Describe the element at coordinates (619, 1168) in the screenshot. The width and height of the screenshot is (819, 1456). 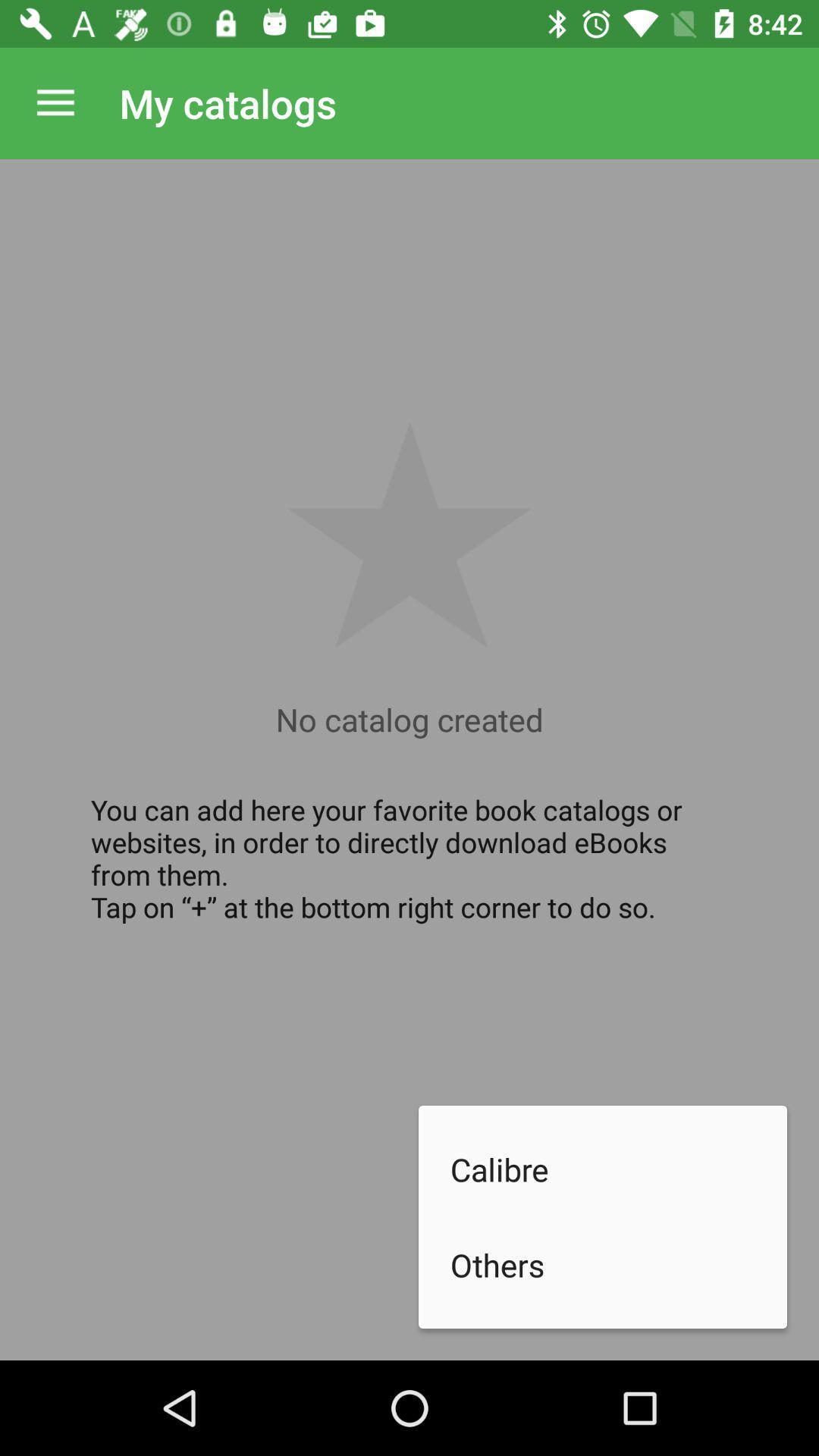
I see `icon below you can add` at that location.